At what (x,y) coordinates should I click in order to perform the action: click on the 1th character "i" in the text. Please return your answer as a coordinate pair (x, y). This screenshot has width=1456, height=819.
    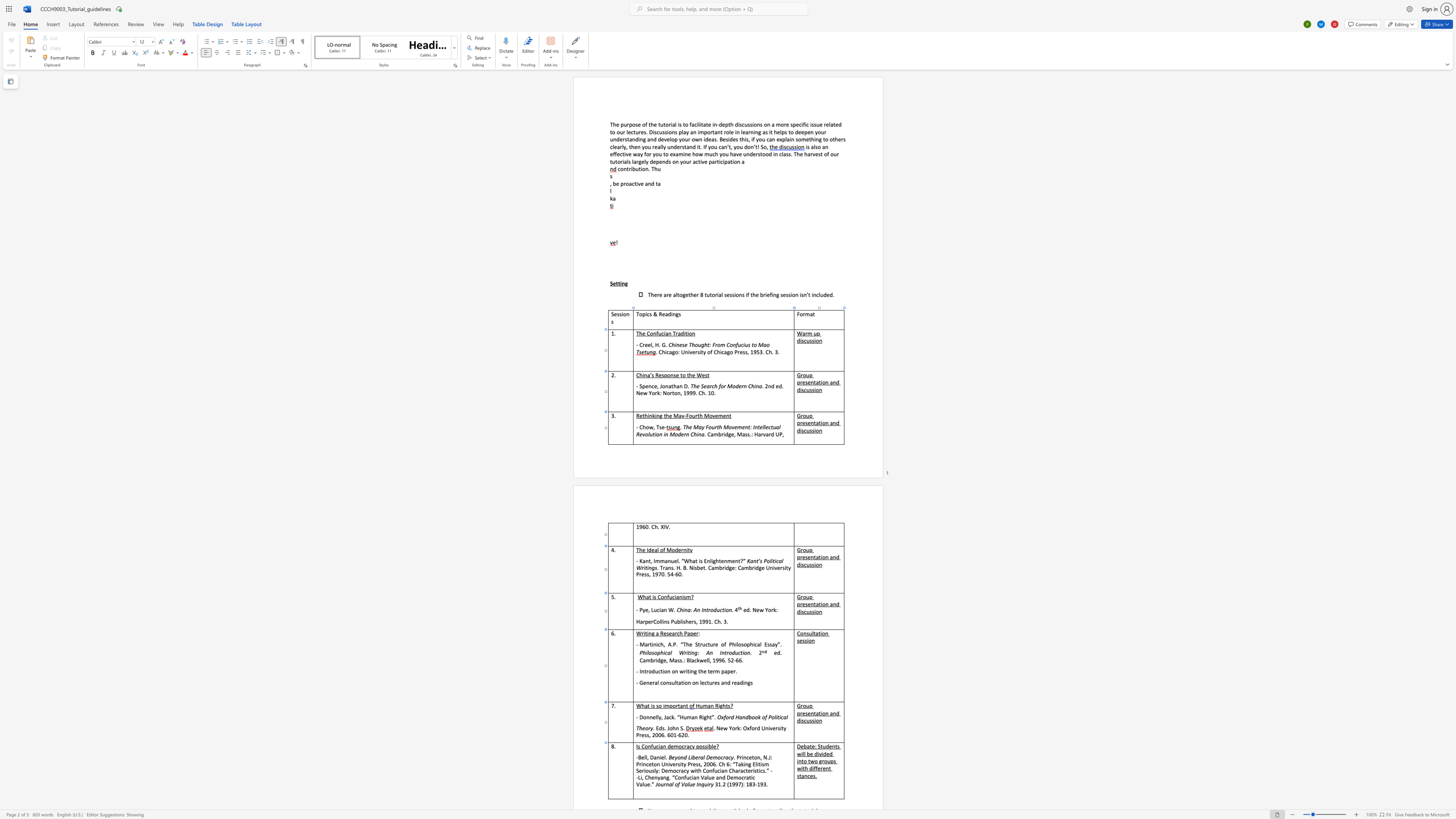
    Looking at the image, I should click on (658, 746).